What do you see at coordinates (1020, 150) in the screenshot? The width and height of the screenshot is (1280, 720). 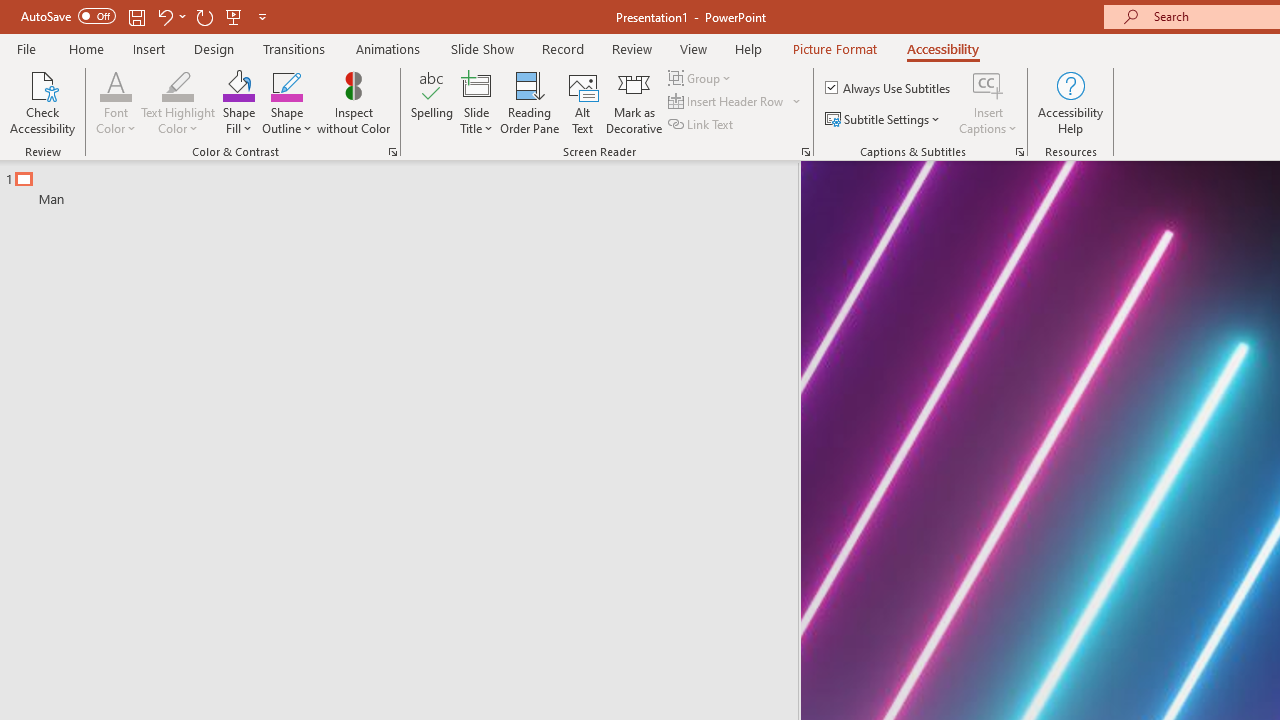 I see `'Captions & Subtitles'` at bounding box center [1020, 150].